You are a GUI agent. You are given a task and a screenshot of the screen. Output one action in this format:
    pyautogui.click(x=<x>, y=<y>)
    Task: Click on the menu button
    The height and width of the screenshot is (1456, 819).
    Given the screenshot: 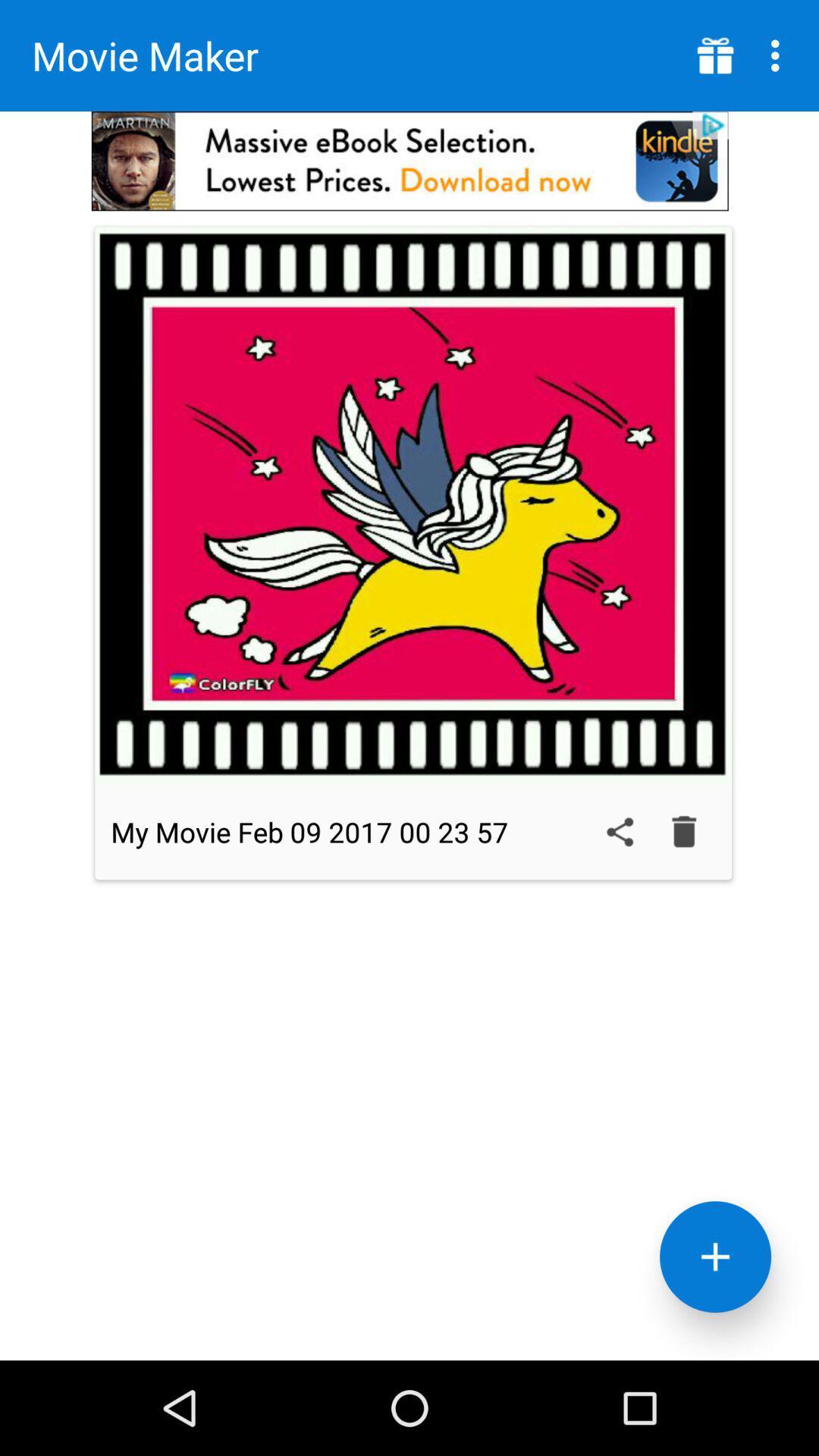 What is the action you would take?
    pyautogui.click(x=715, y=55)
    